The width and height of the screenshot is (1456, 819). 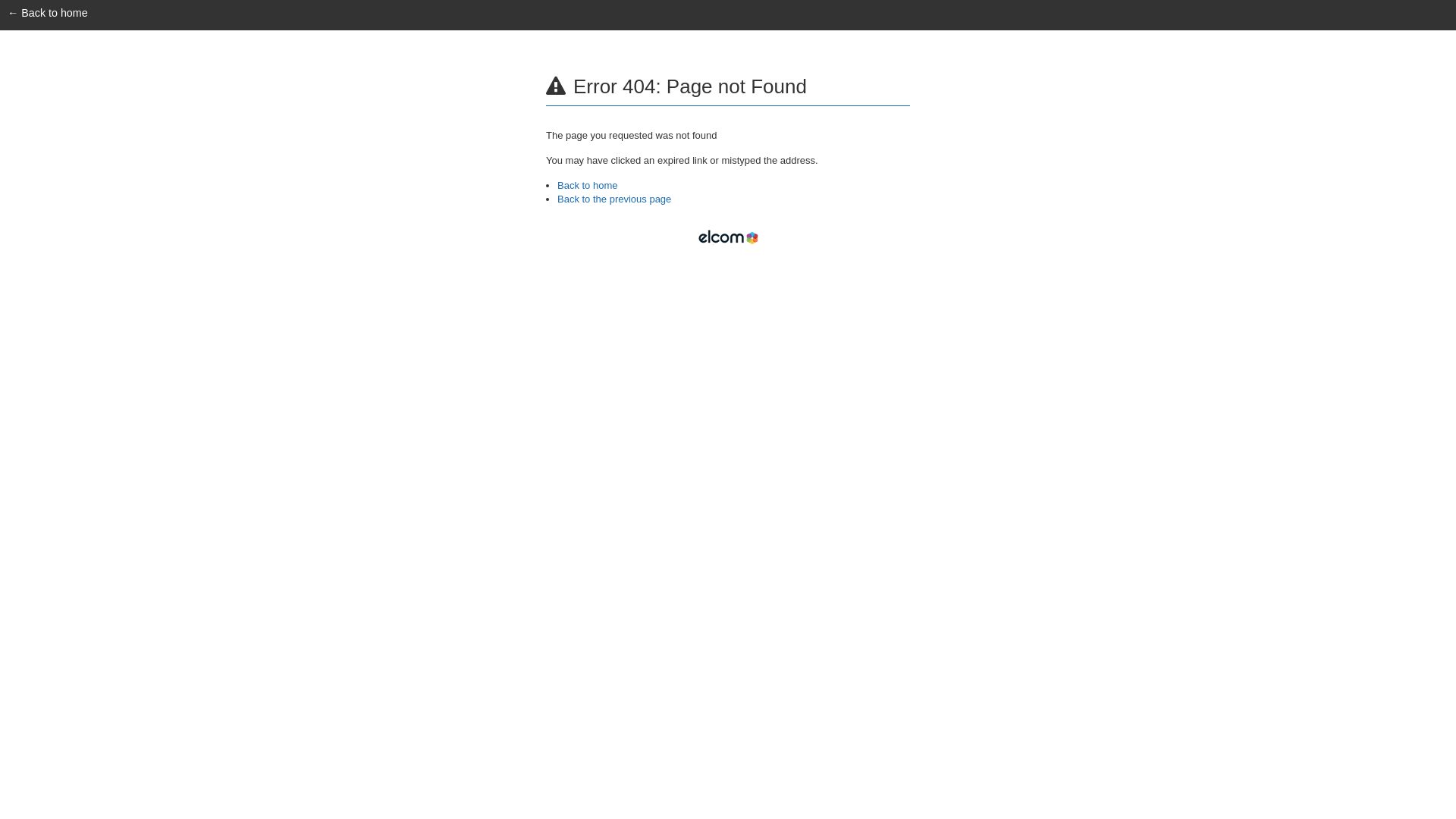 I want to click on 'Back to the previous page', so click(x=614, y=199).